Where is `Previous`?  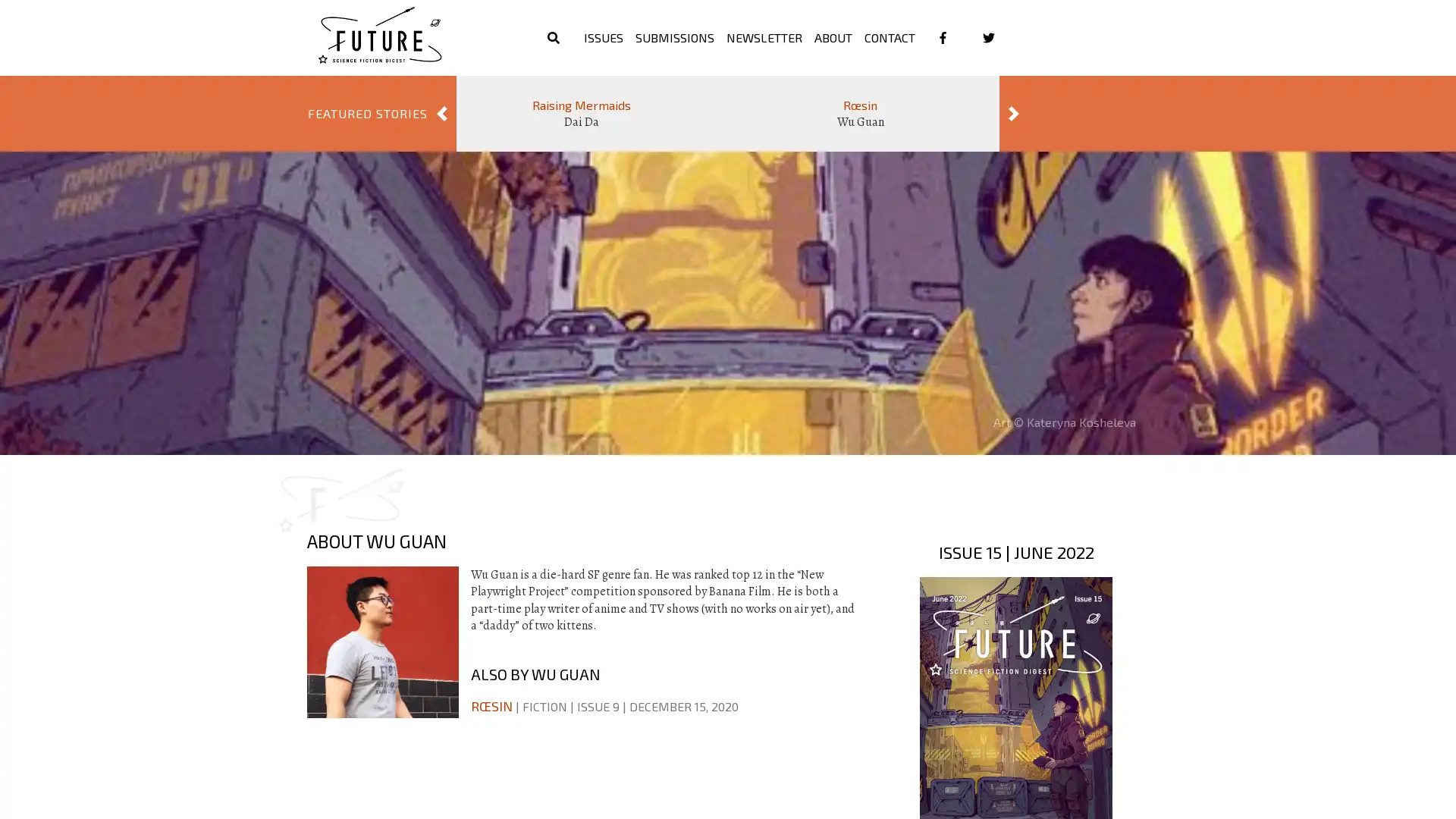
Previous is located at coordinates (441, 113).